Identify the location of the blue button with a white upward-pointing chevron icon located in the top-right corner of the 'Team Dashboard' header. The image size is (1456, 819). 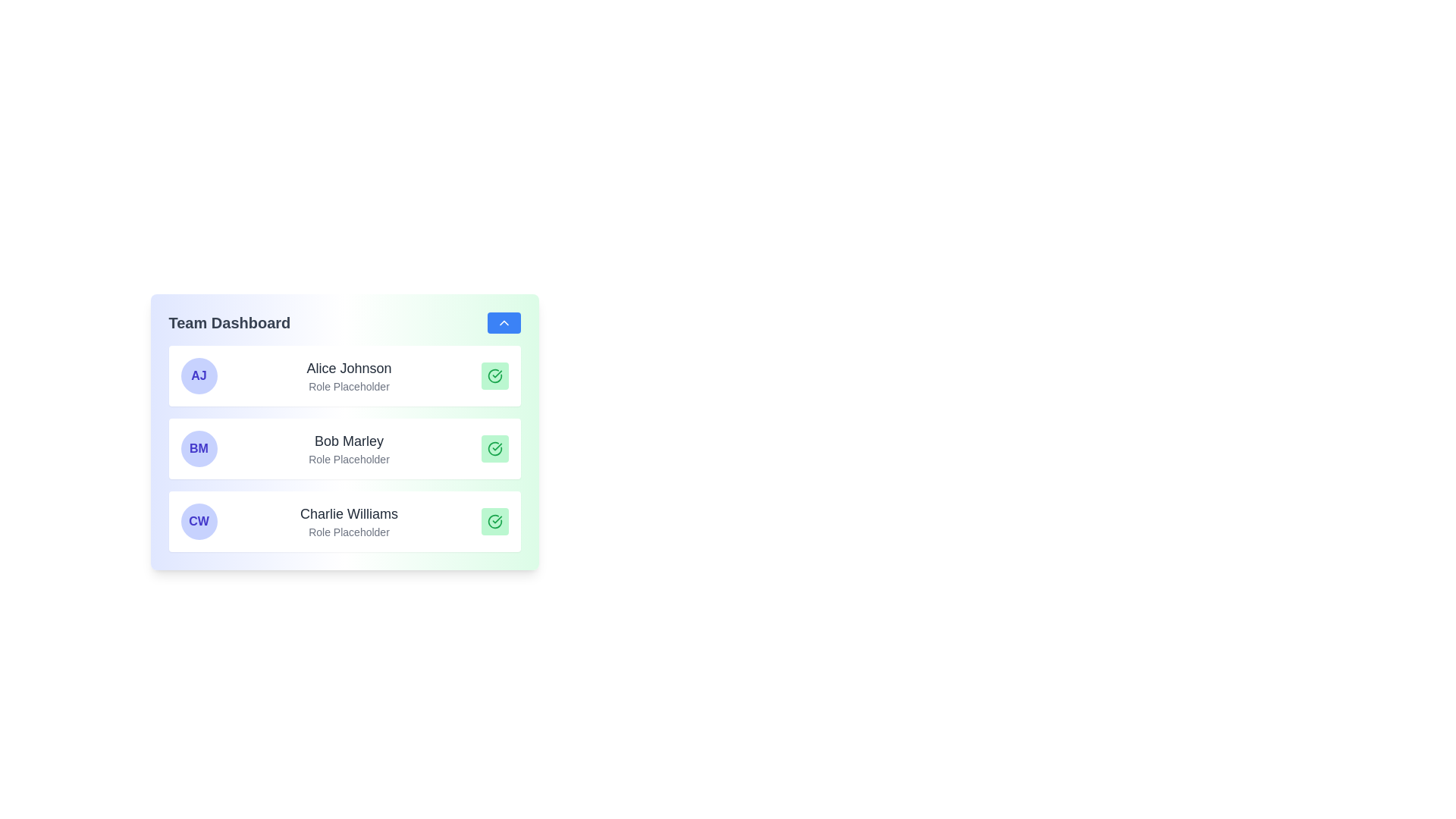
(504, 322).